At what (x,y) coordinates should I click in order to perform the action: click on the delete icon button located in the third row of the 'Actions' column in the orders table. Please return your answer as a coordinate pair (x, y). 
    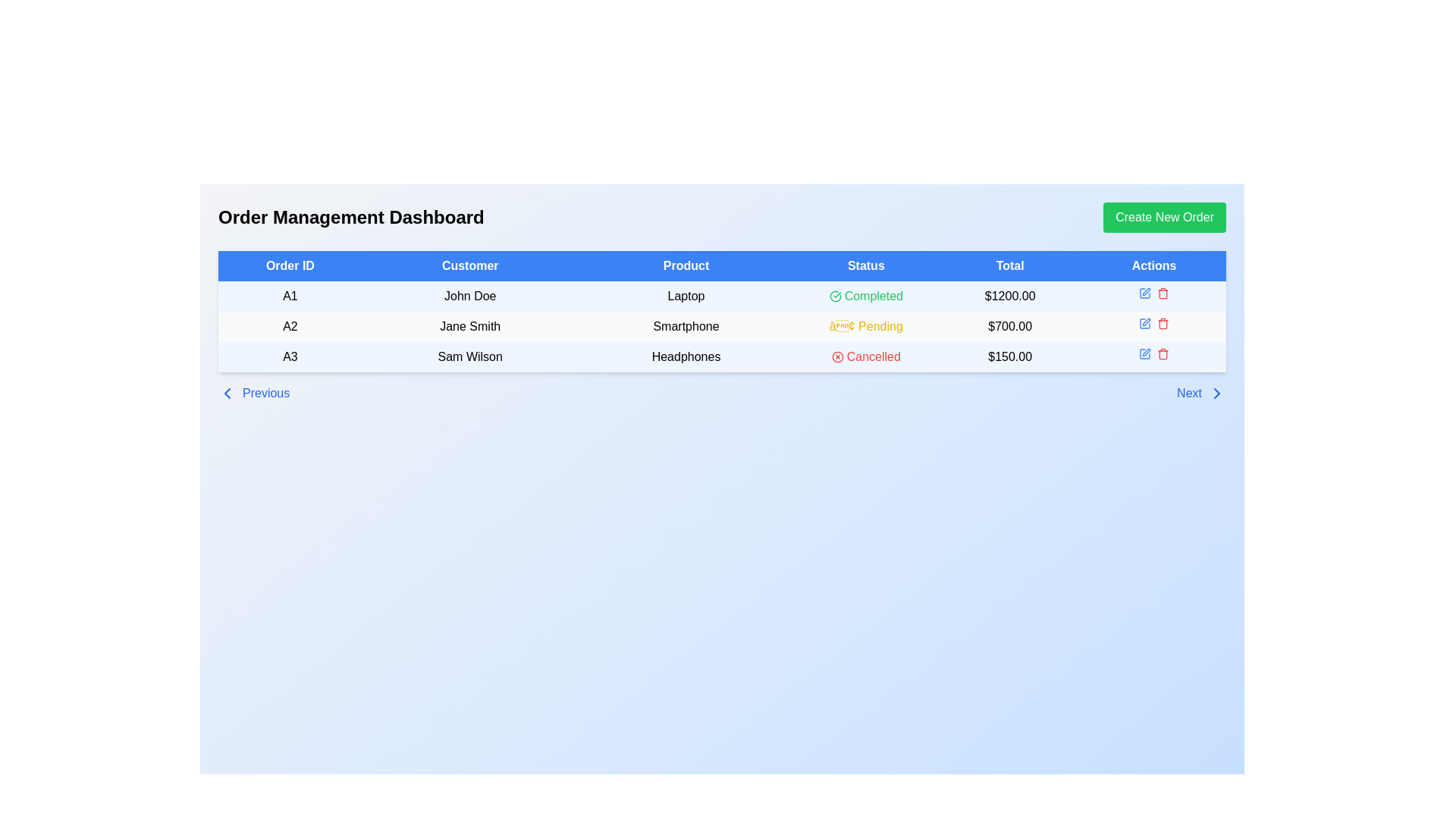
    Looking at the image, I should click on (1163, 293).